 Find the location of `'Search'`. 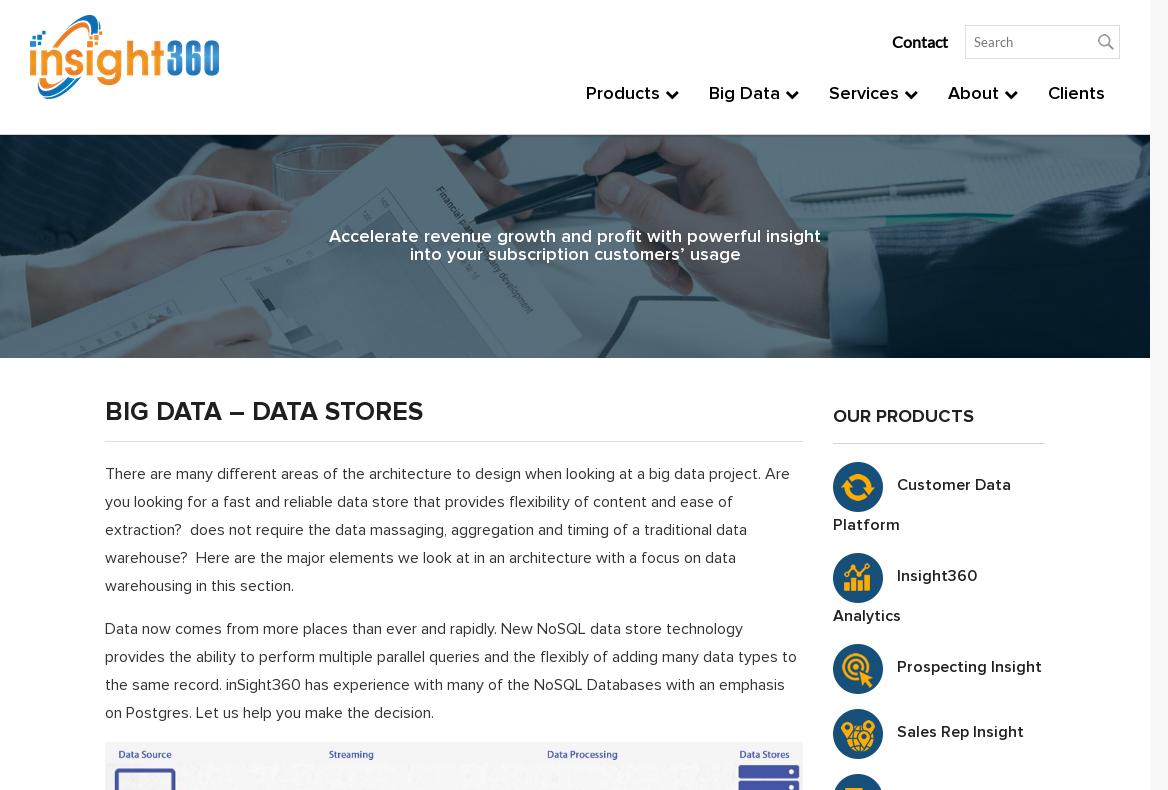

'Search' is located at coordinates (828, 475).